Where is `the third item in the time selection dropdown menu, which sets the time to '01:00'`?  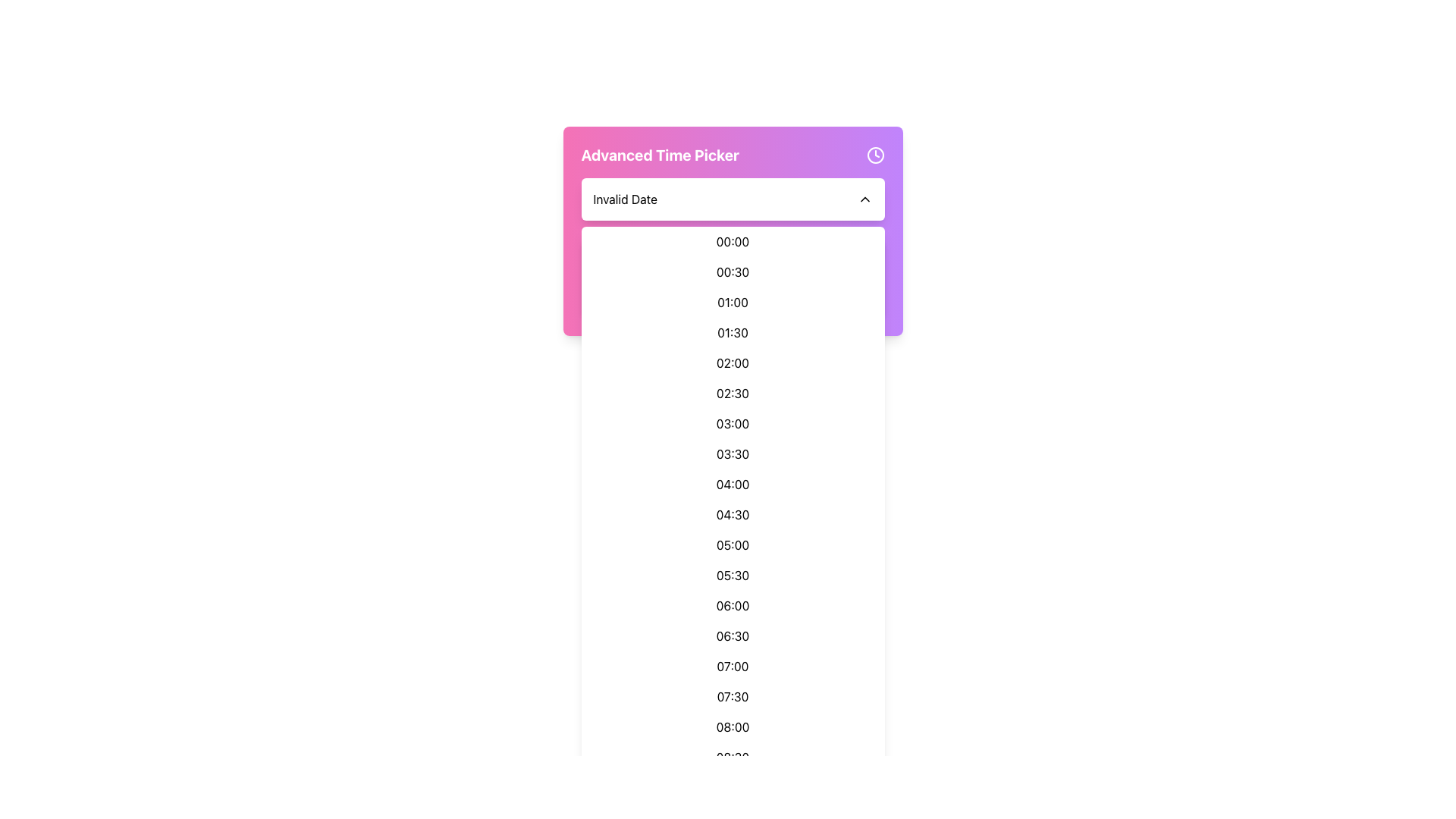
the third item in the time selection dropdown menu, which sets the time to '01:00' is located at coordinates (733, 302).